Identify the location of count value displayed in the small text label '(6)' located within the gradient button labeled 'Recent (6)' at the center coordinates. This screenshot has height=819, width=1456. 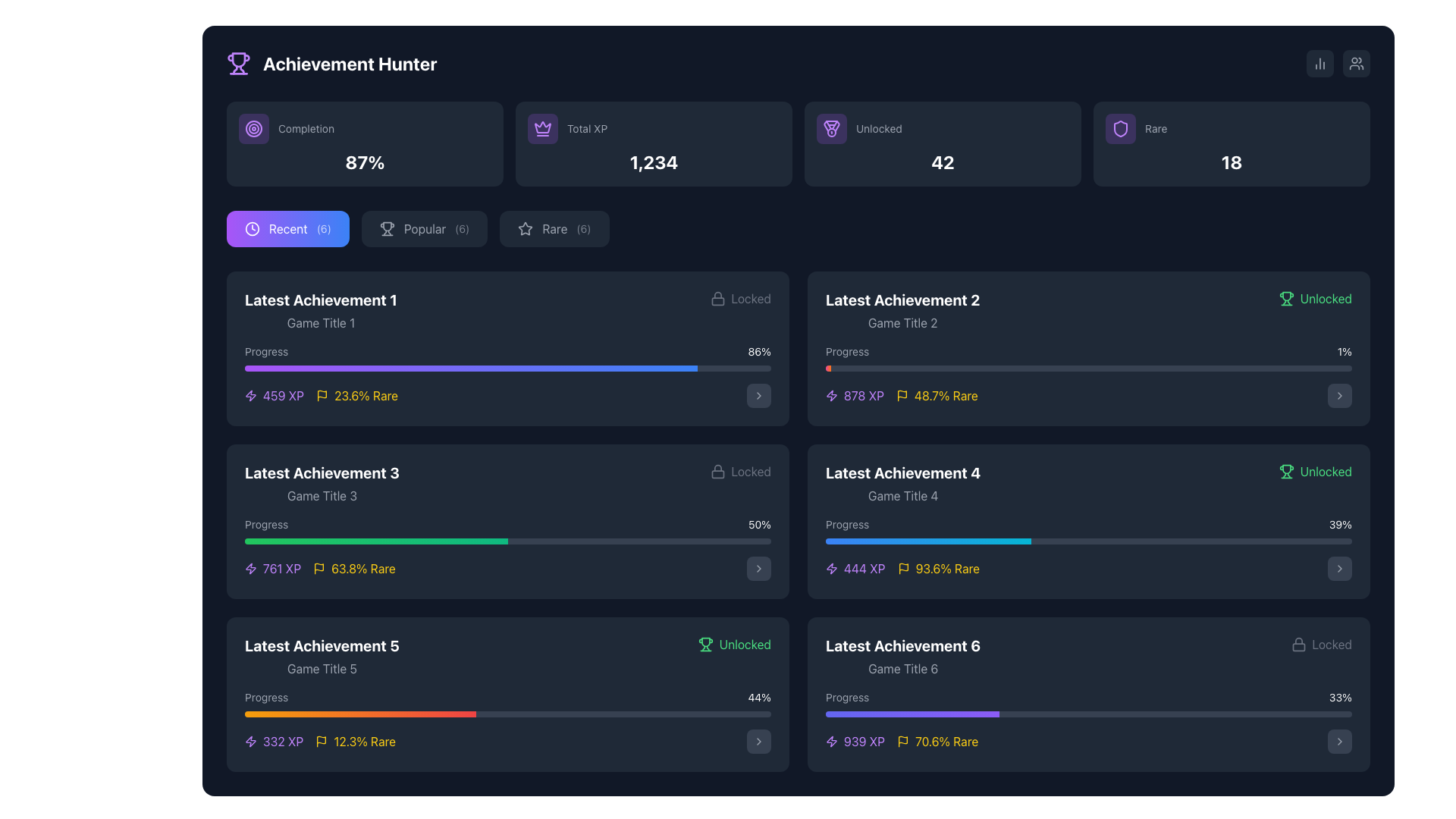
(323, 228).